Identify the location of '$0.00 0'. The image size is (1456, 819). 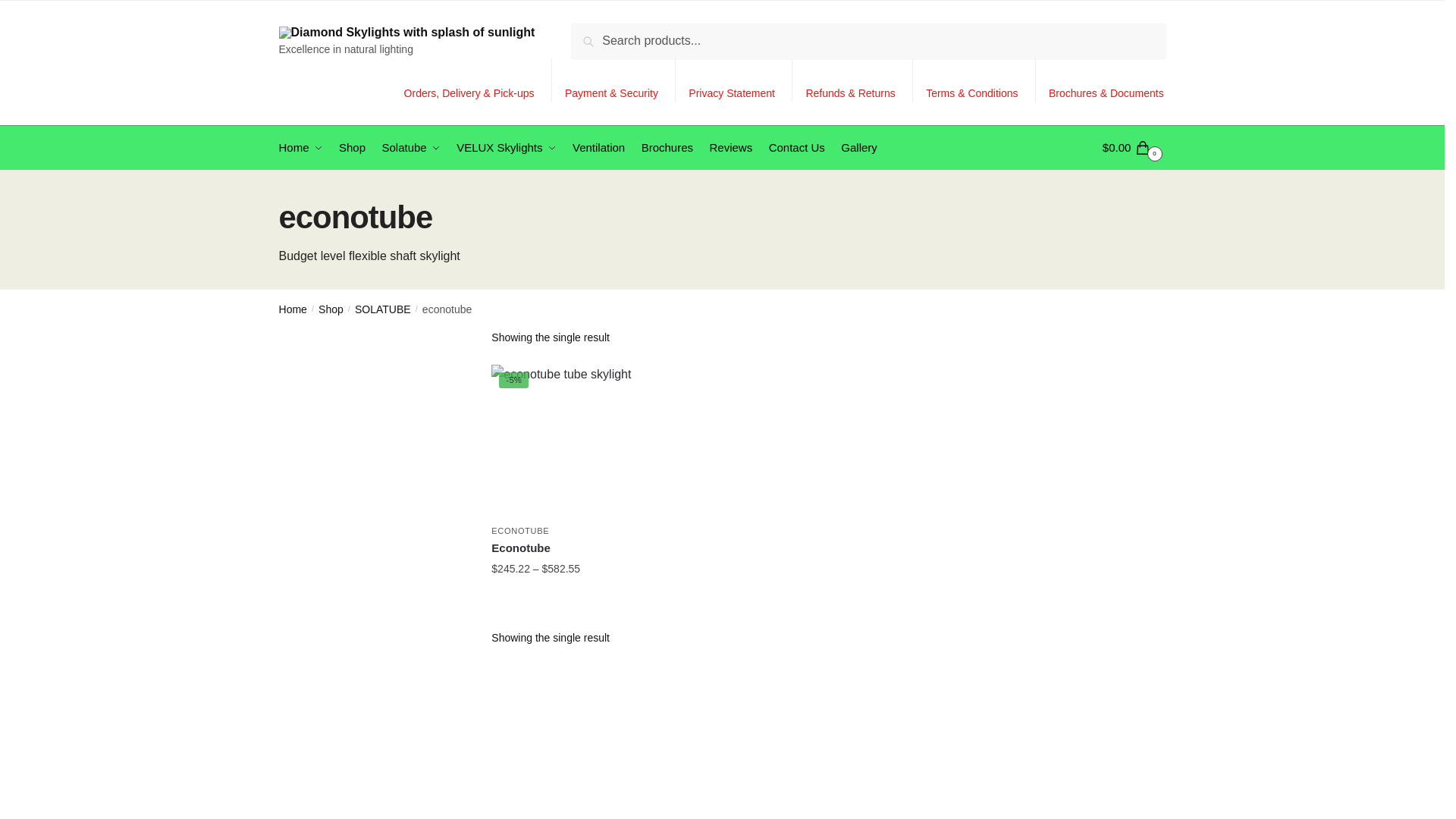
(1103, 148).